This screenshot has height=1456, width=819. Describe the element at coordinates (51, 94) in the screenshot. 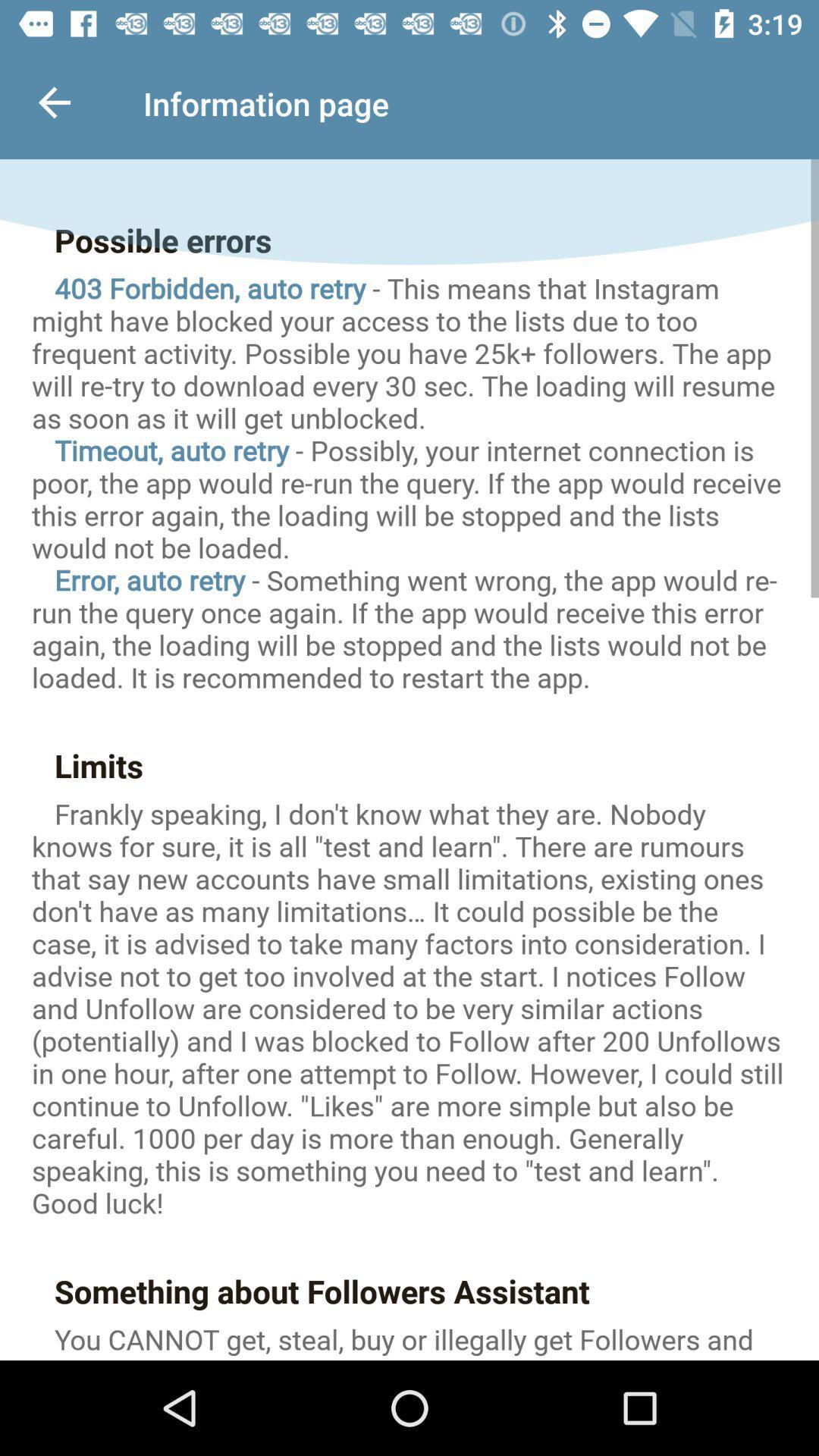

I see `the back arrow on the top` at that location.